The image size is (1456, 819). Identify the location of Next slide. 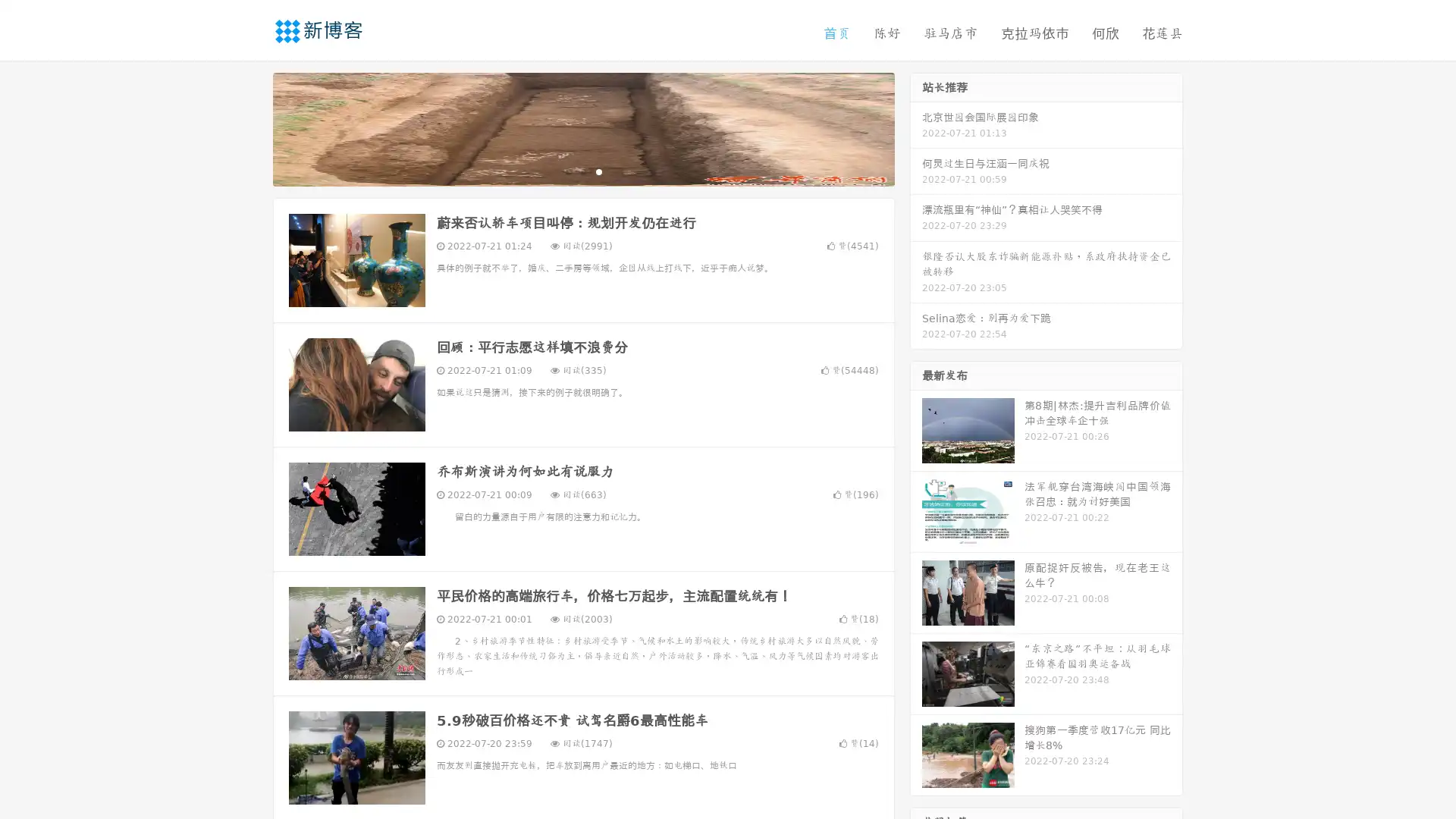
(916, 127).